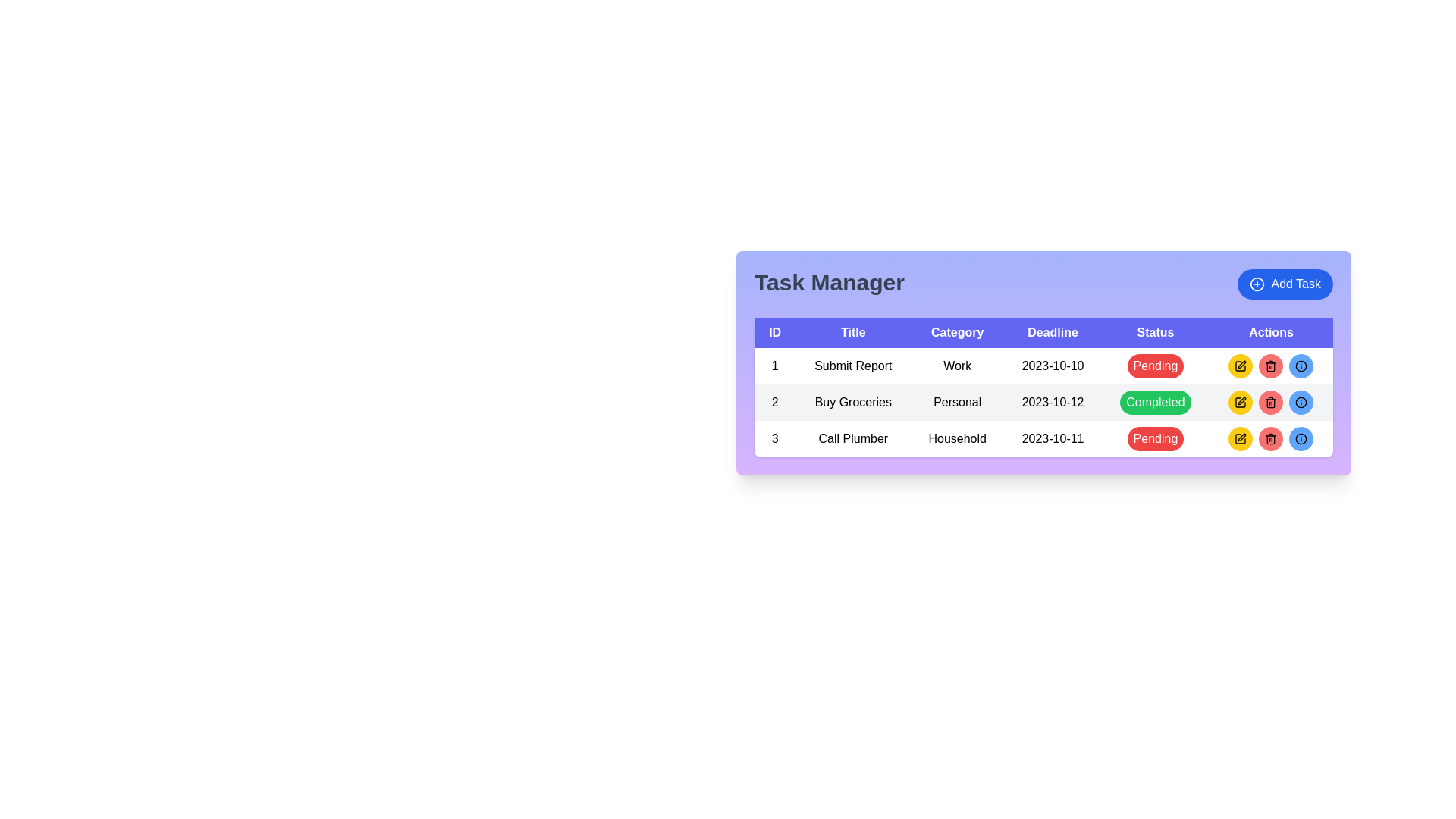 Image resolution: width=1456 pixels, height=819 pixels. I want to click on the 'Title' column header in the task management interface, which is the second column header located between the 'ID' and 'Category' headers, so click(853, 332).